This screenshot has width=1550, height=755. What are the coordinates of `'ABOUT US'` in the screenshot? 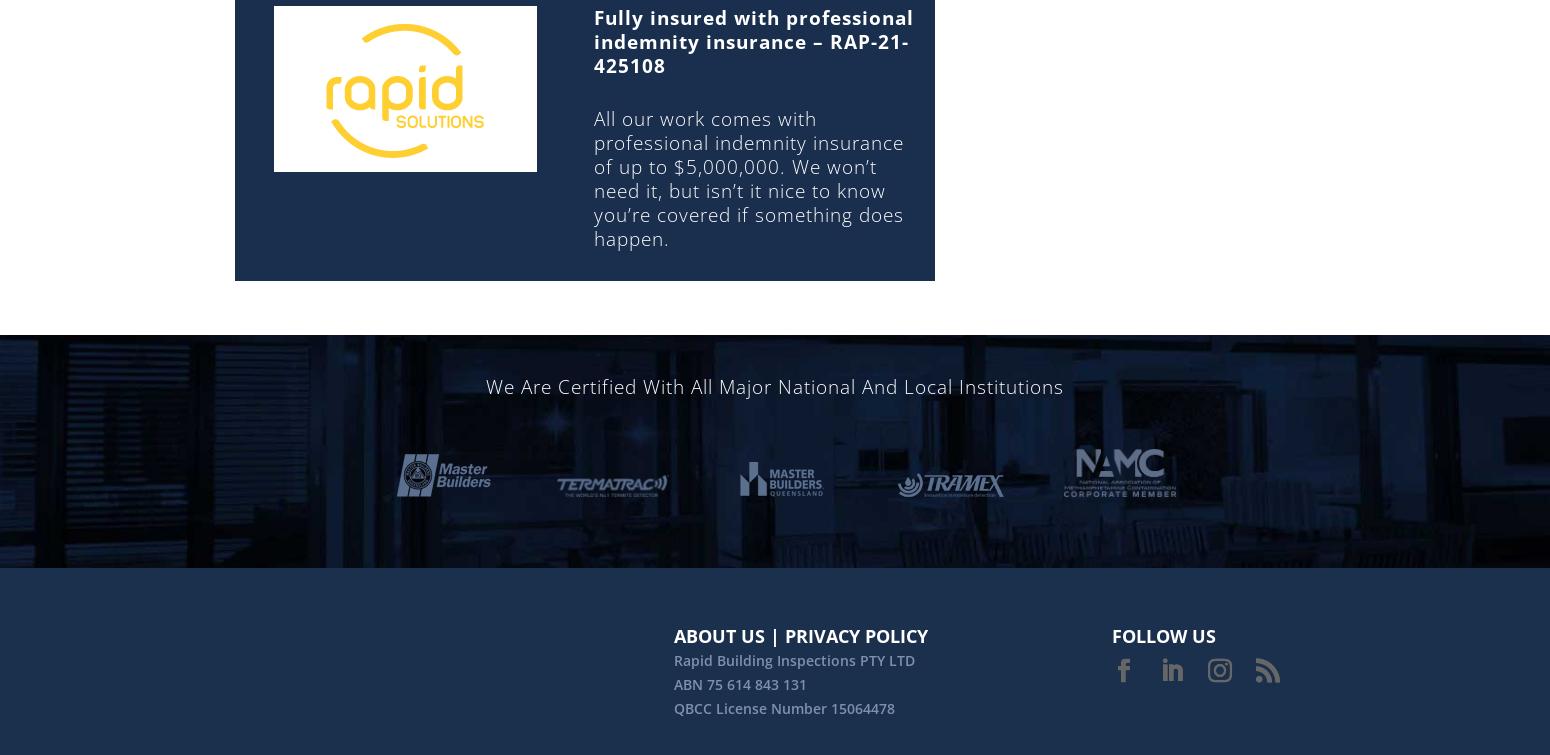 It's located at (719, 635).